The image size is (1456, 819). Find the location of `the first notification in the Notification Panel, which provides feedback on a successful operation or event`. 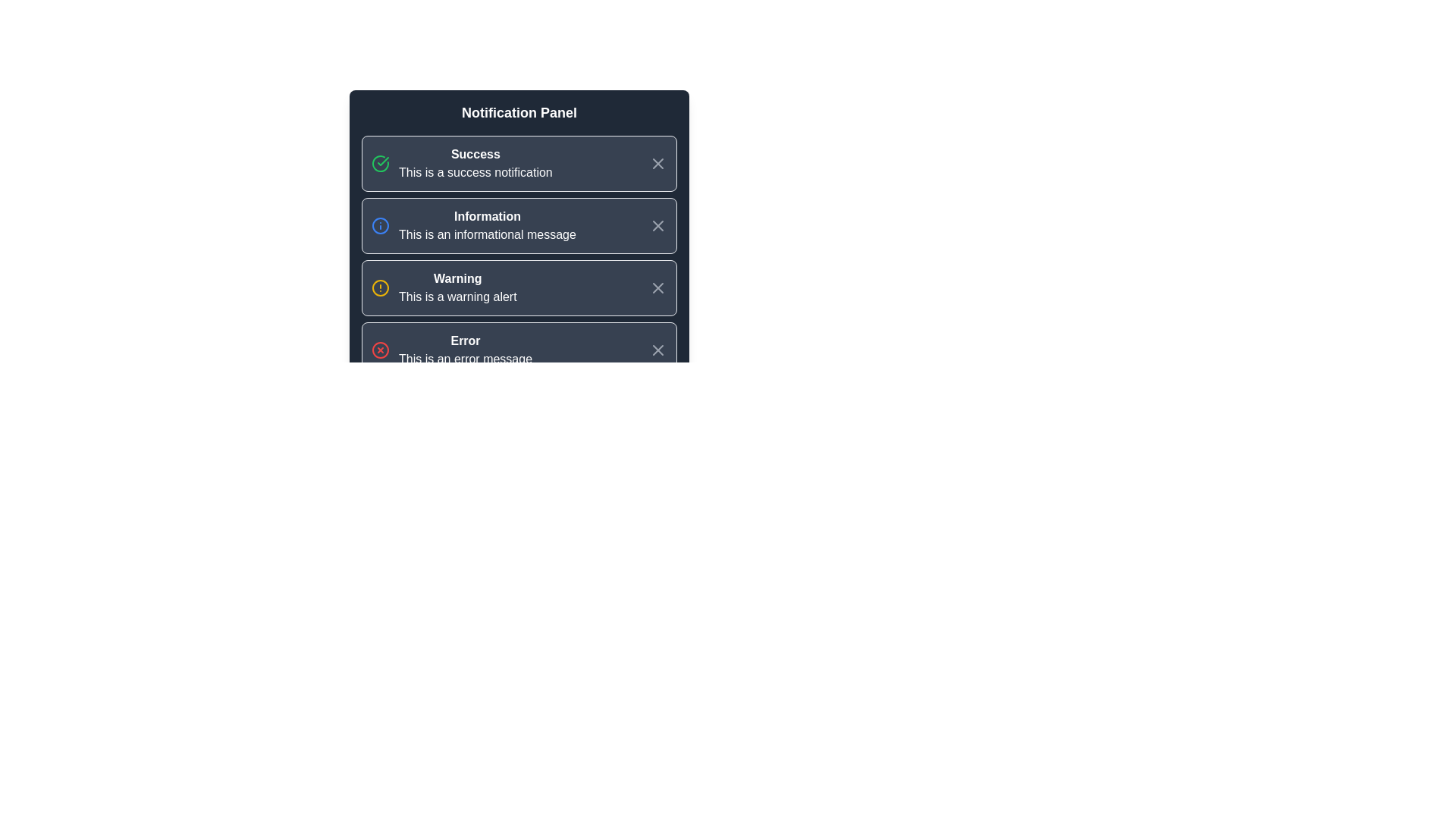

the first notification in the Notification Panel, which provides feedback on a successful operation or event is located at coordinates (461, 164).